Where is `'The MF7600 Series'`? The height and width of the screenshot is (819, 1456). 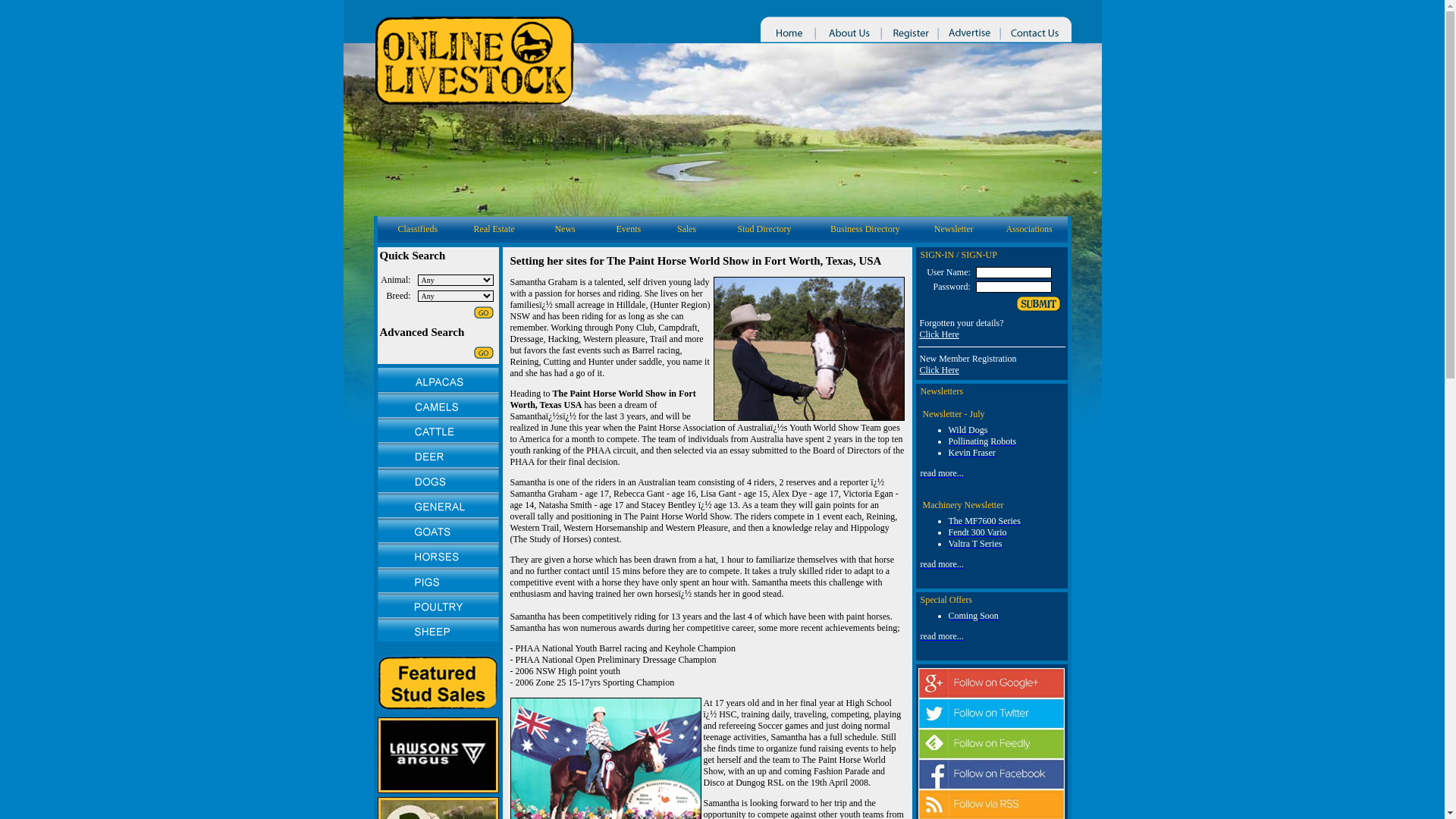
'The MF7600 Series' is located at coordinates (984, 519).